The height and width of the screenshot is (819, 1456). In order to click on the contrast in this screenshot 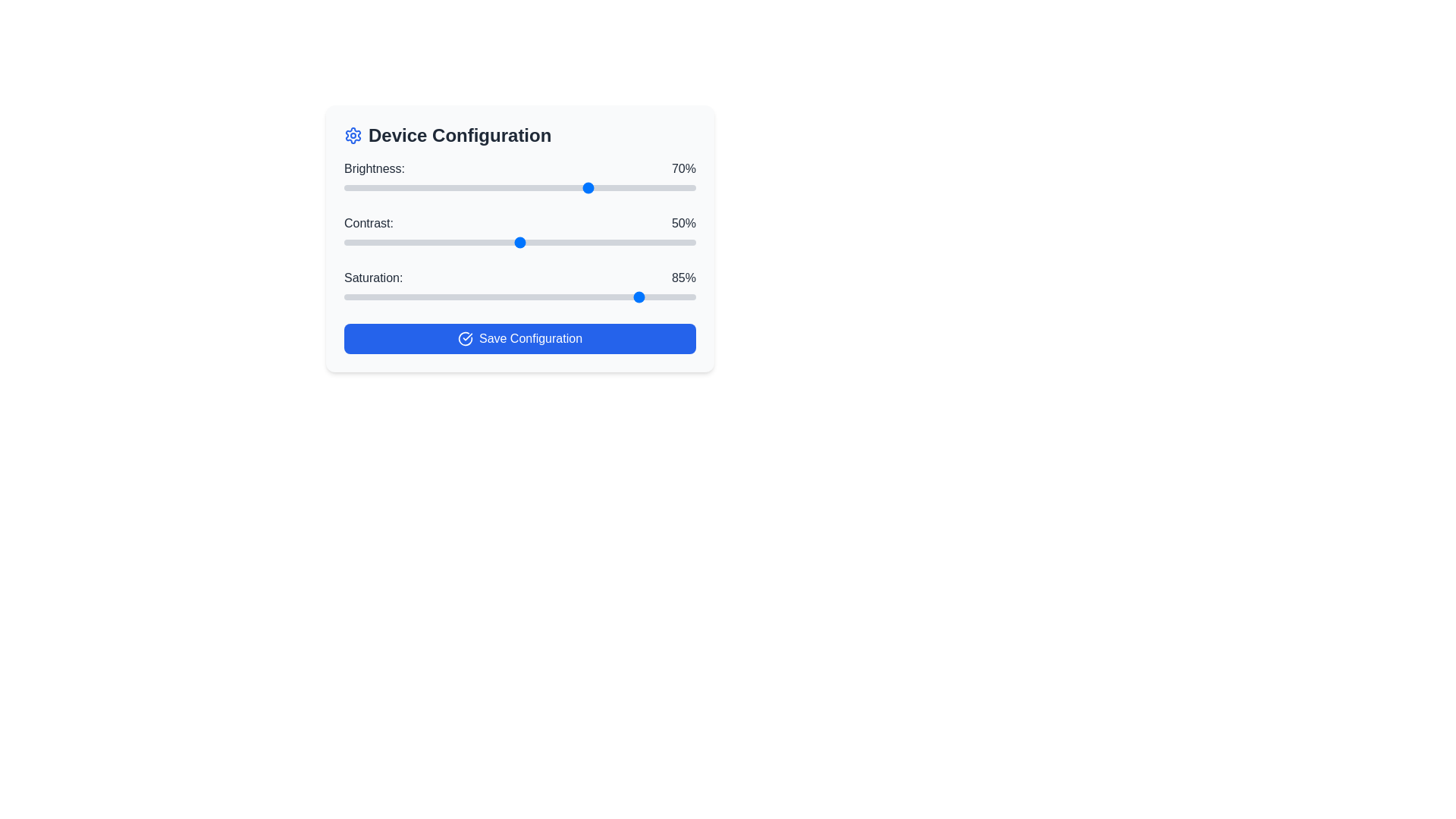, I will do `click(403, 242)`.